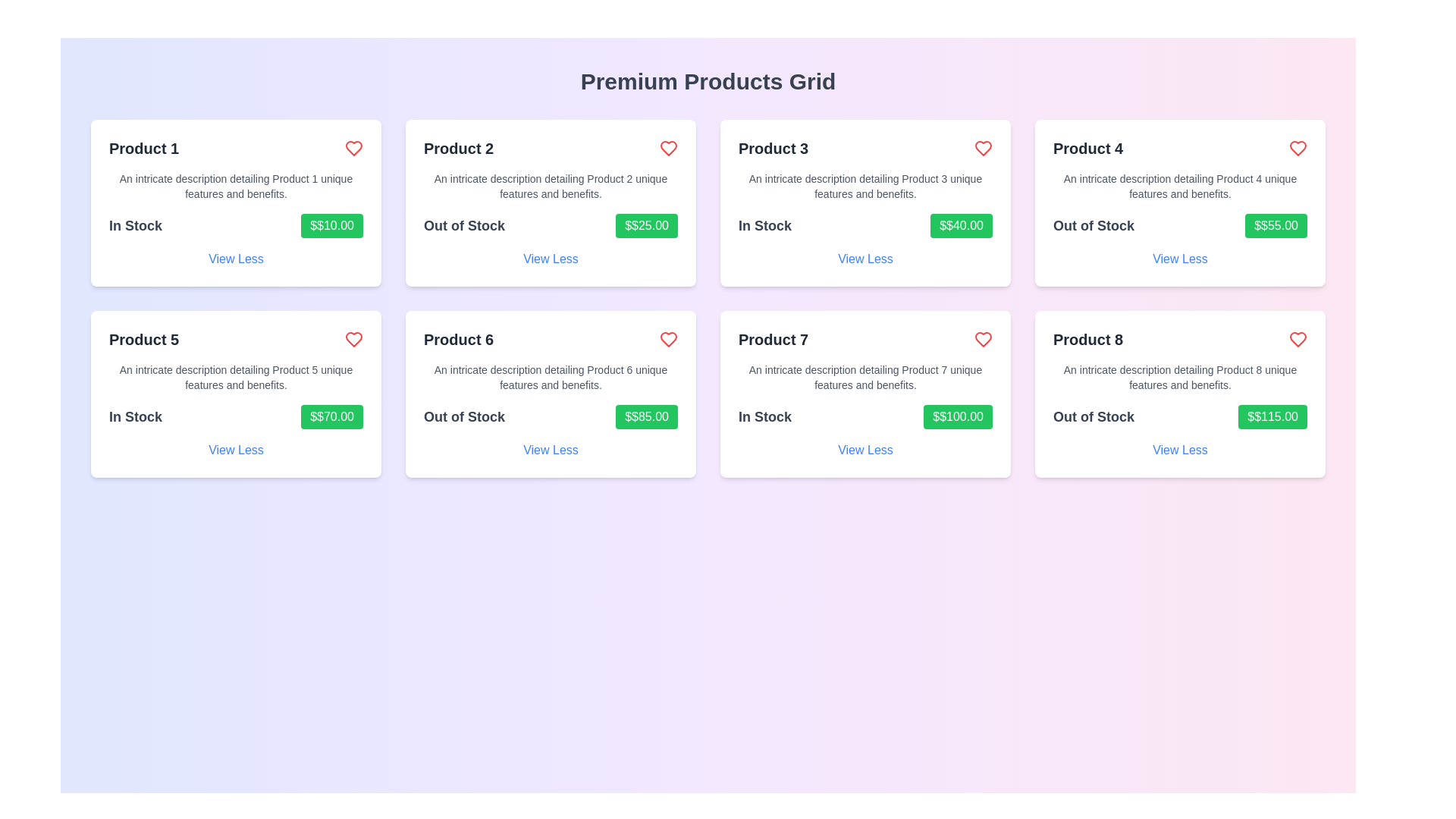  What do you see at coordinates (773, 149) in the screenshot?
I see `the Text Element displaying the title 'Product 3'` at bounding box center [773, 149].